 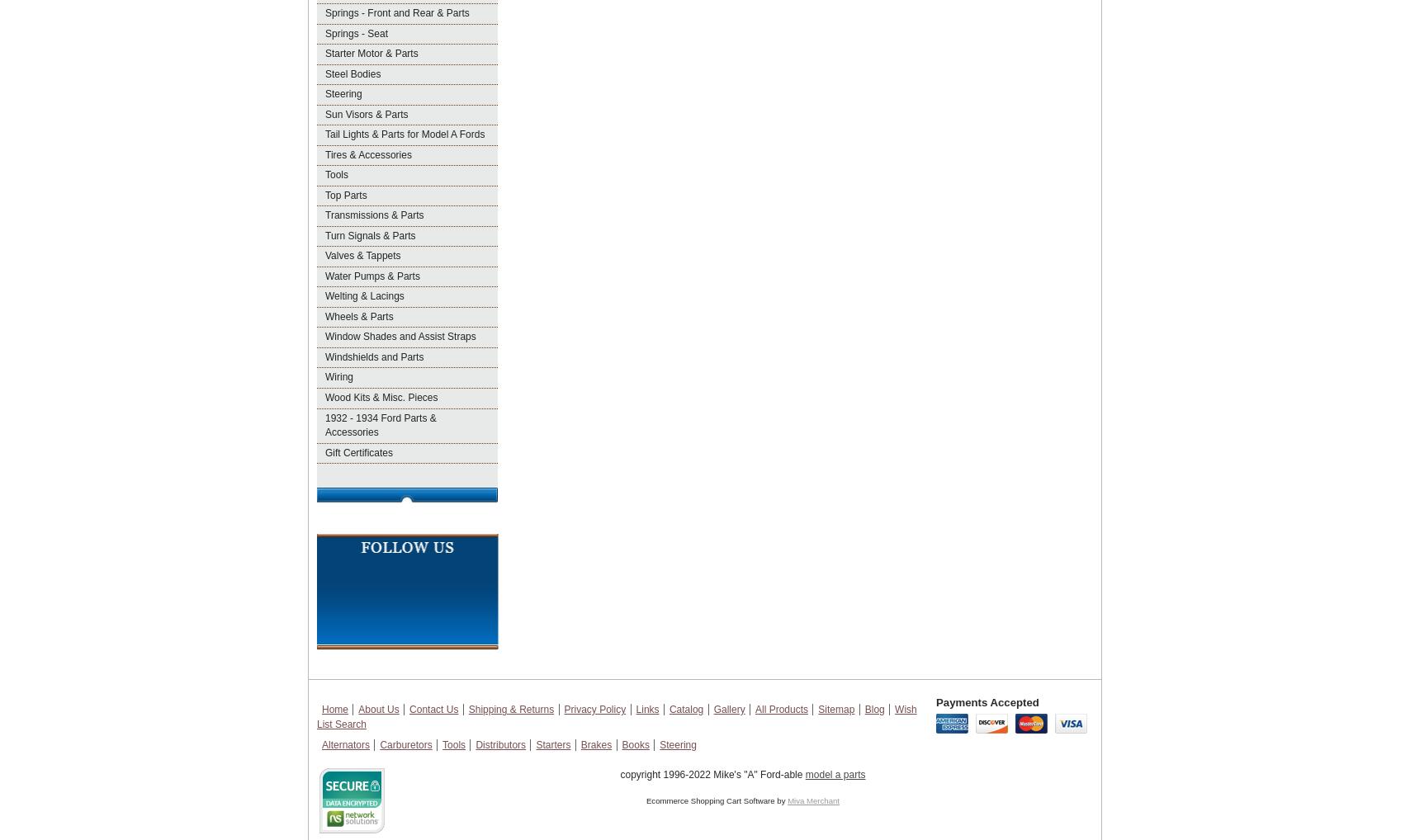 What do you see at coordinates (500, 744) in the screenshot?
I see `'Distributors'` at bounding box center [500, 744].